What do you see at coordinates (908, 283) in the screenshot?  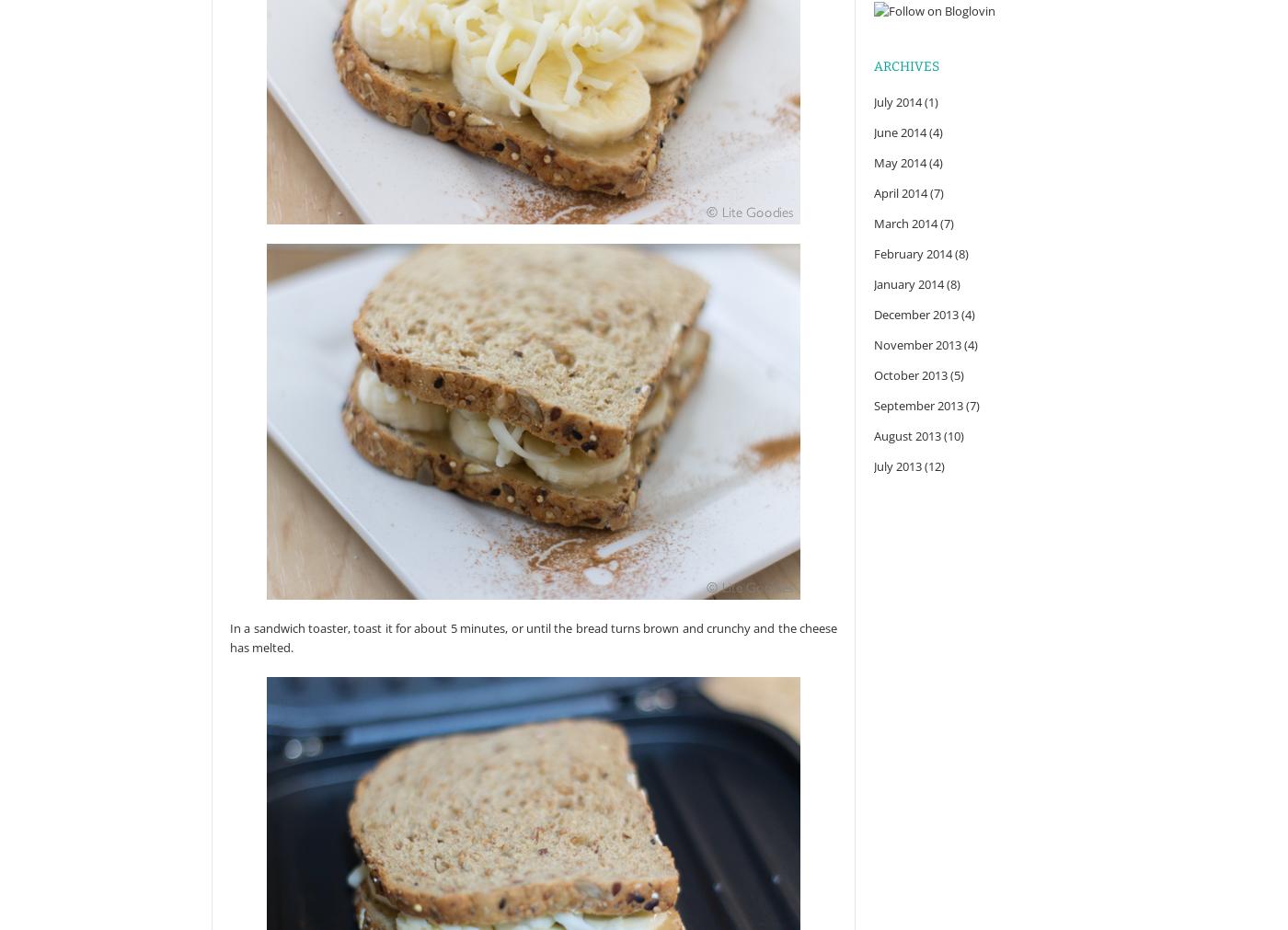 I see `'January 2014'` at bounding box center [908, 283].